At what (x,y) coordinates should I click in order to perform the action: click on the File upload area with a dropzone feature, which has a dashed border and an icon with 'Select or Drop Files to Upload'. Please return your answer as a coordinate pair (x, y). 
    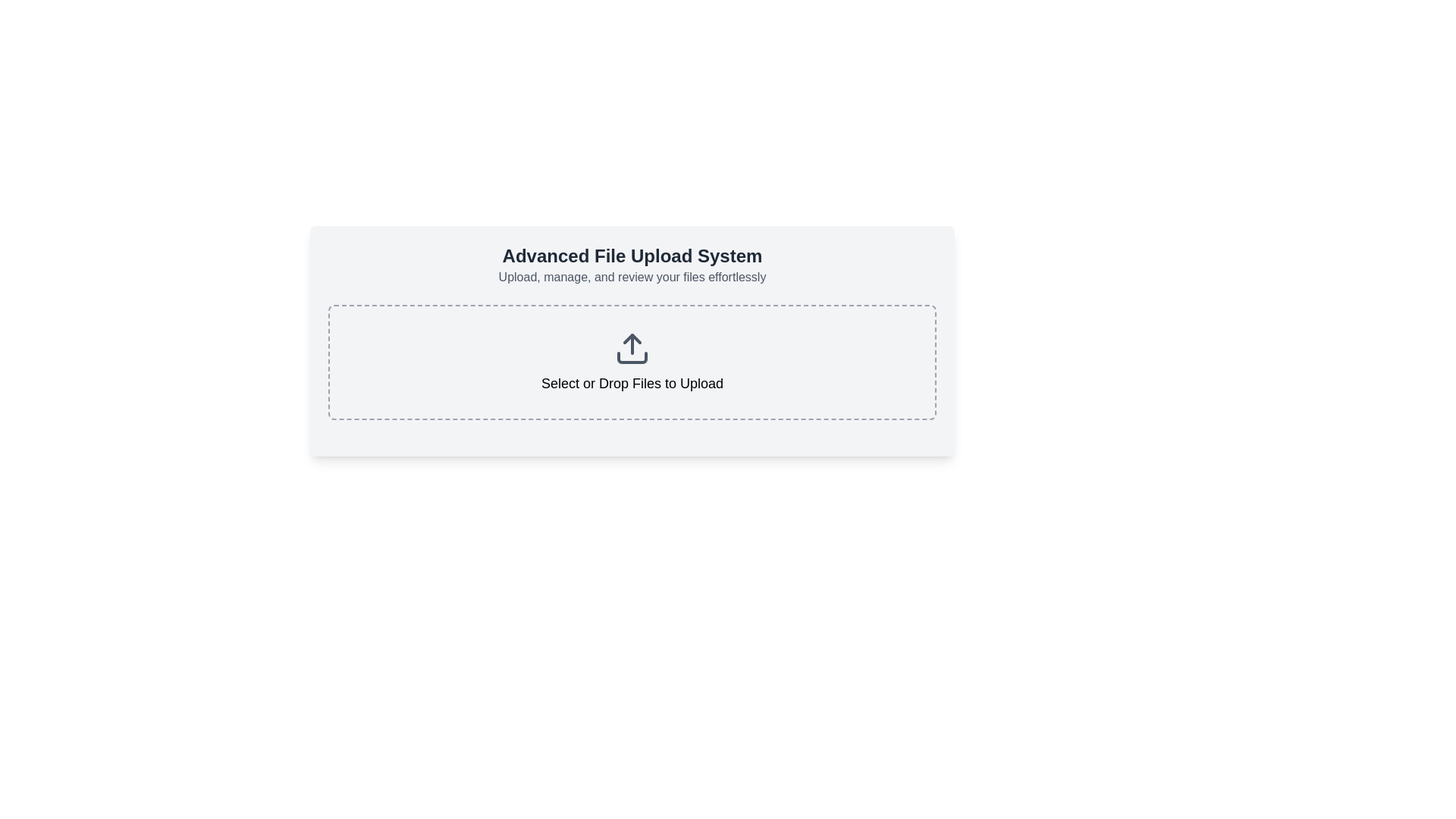
    Looking at the image, I should click on (632, 362).